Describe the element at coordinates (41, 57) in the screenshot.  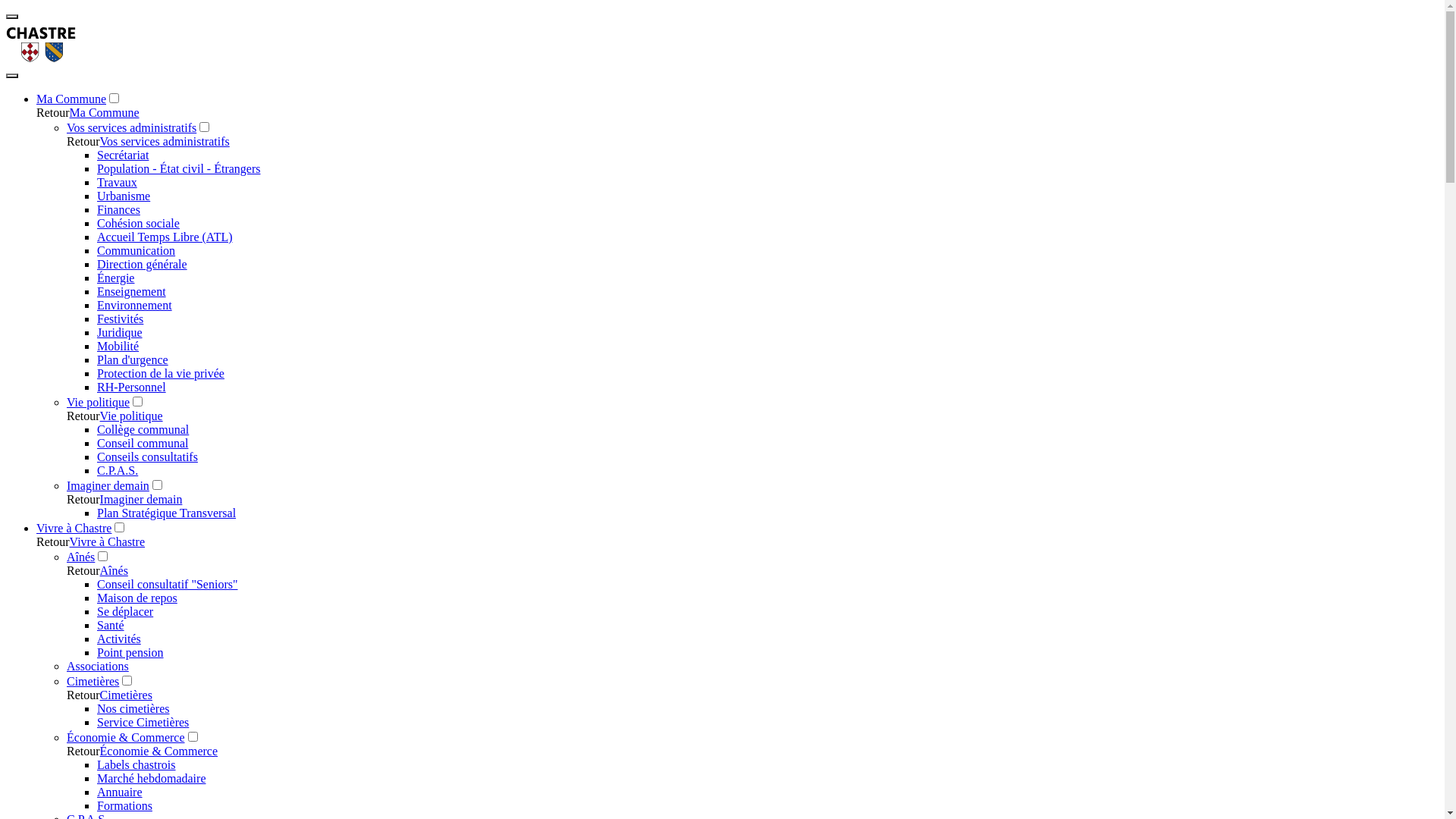
I see `'Chastre'` at that location.